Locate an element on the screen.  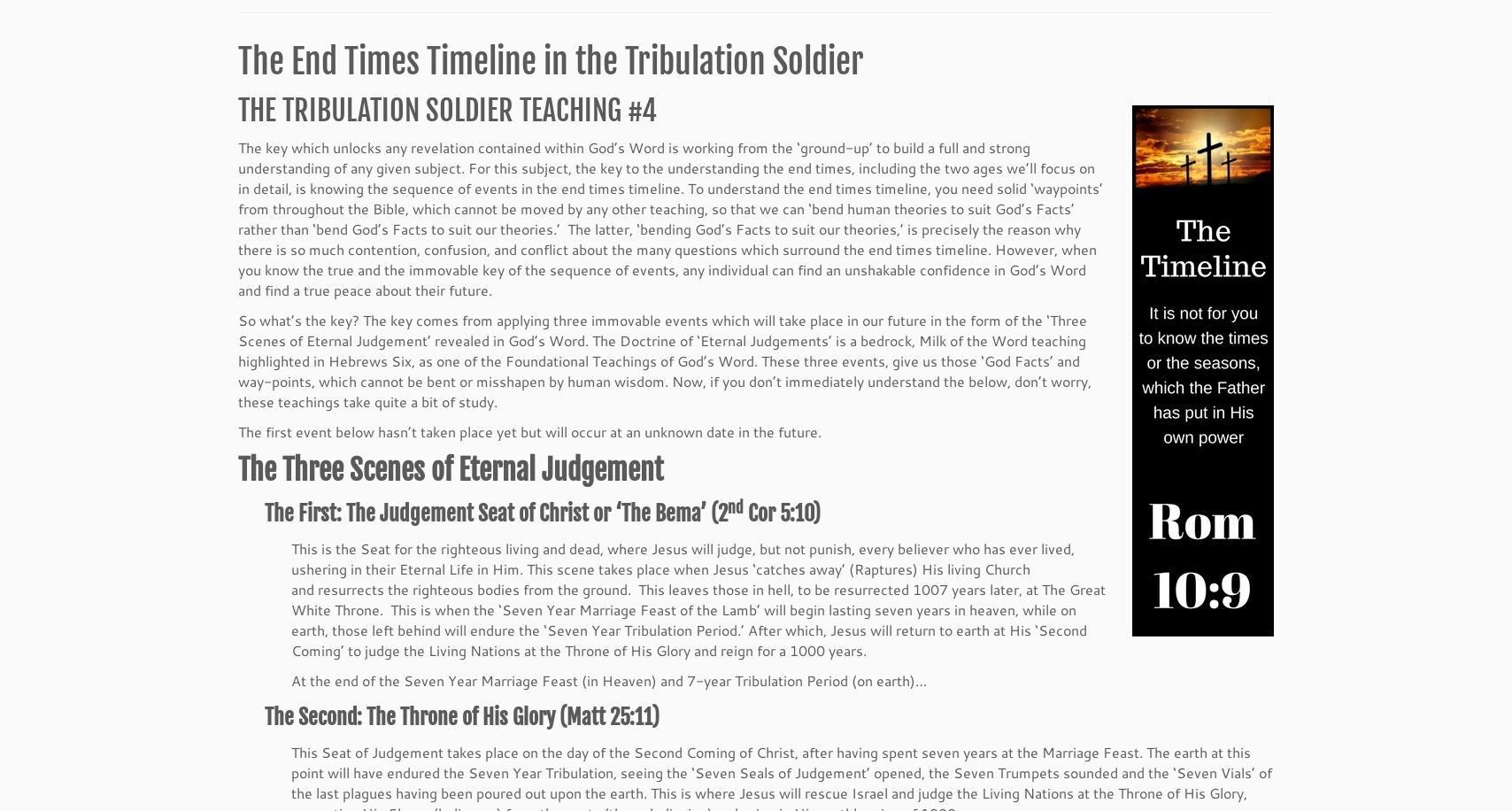
'The First: The Judgement Seat of Christ or ‘The Bema’ (2' is located at coordinates (496, 515).